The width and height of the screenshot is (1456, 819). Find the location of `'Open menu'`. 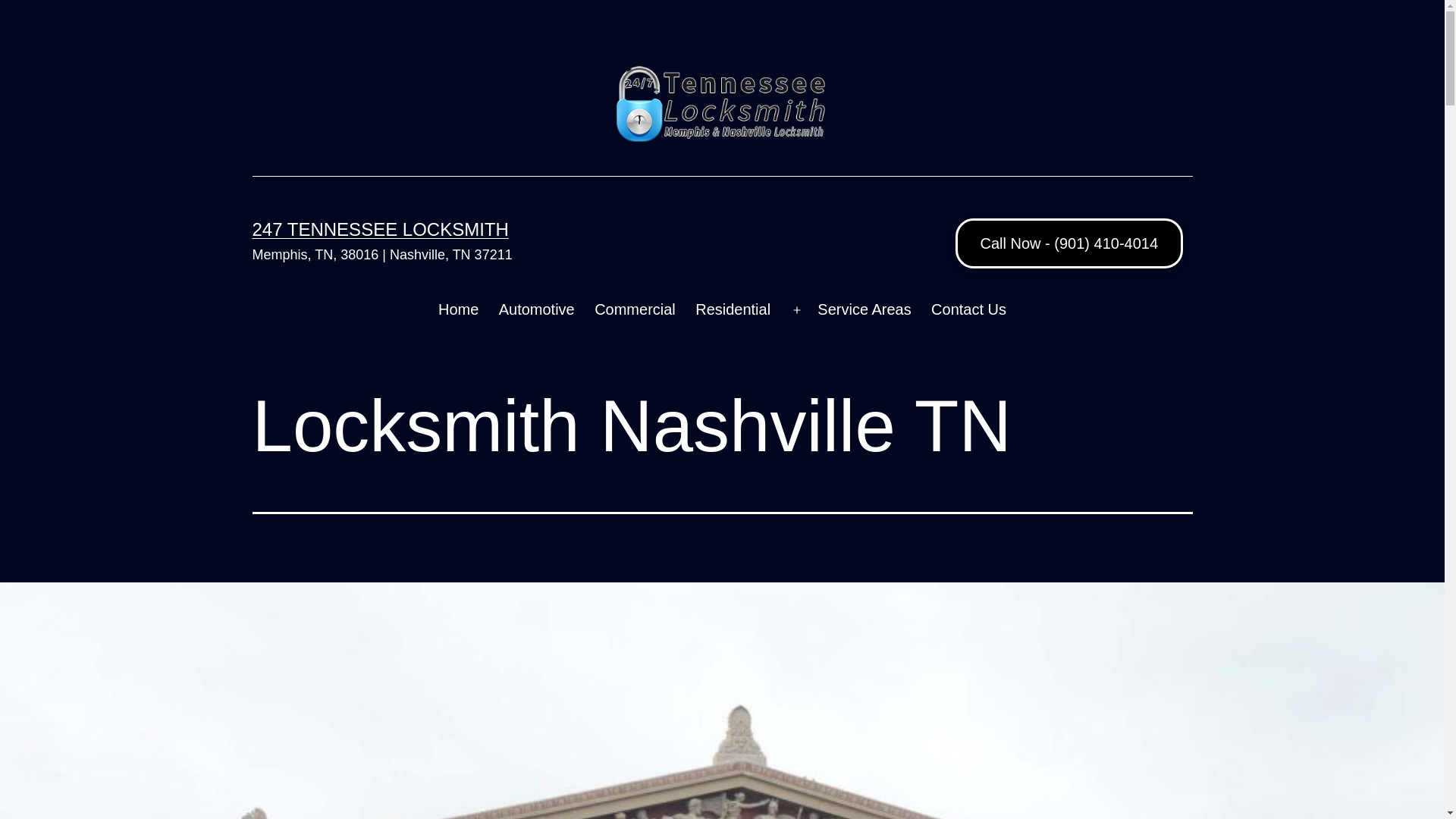

'Open menu' is located at coordinates (780, 309).